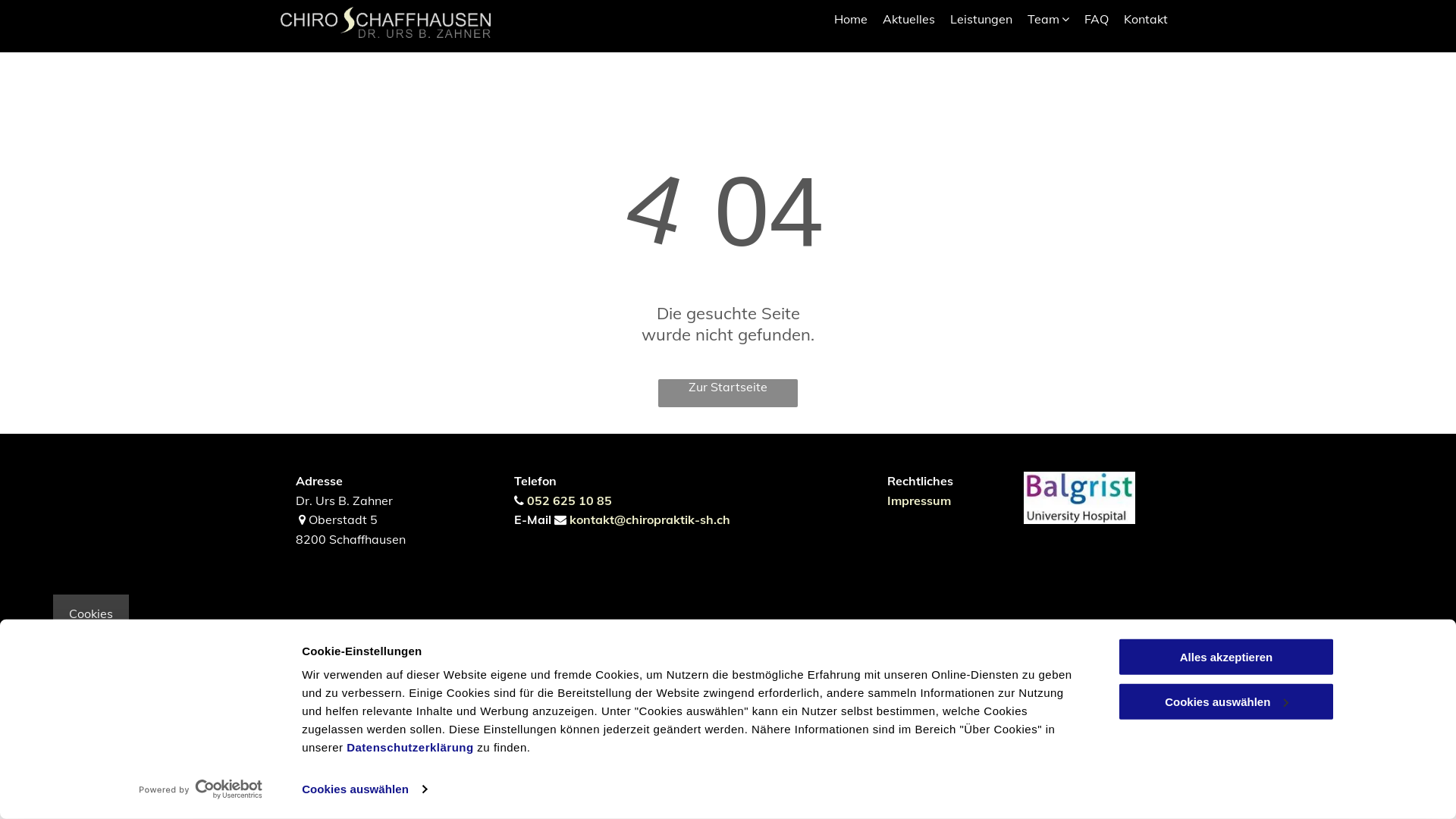  I want to click on 'Cookies', so click(90, 613).